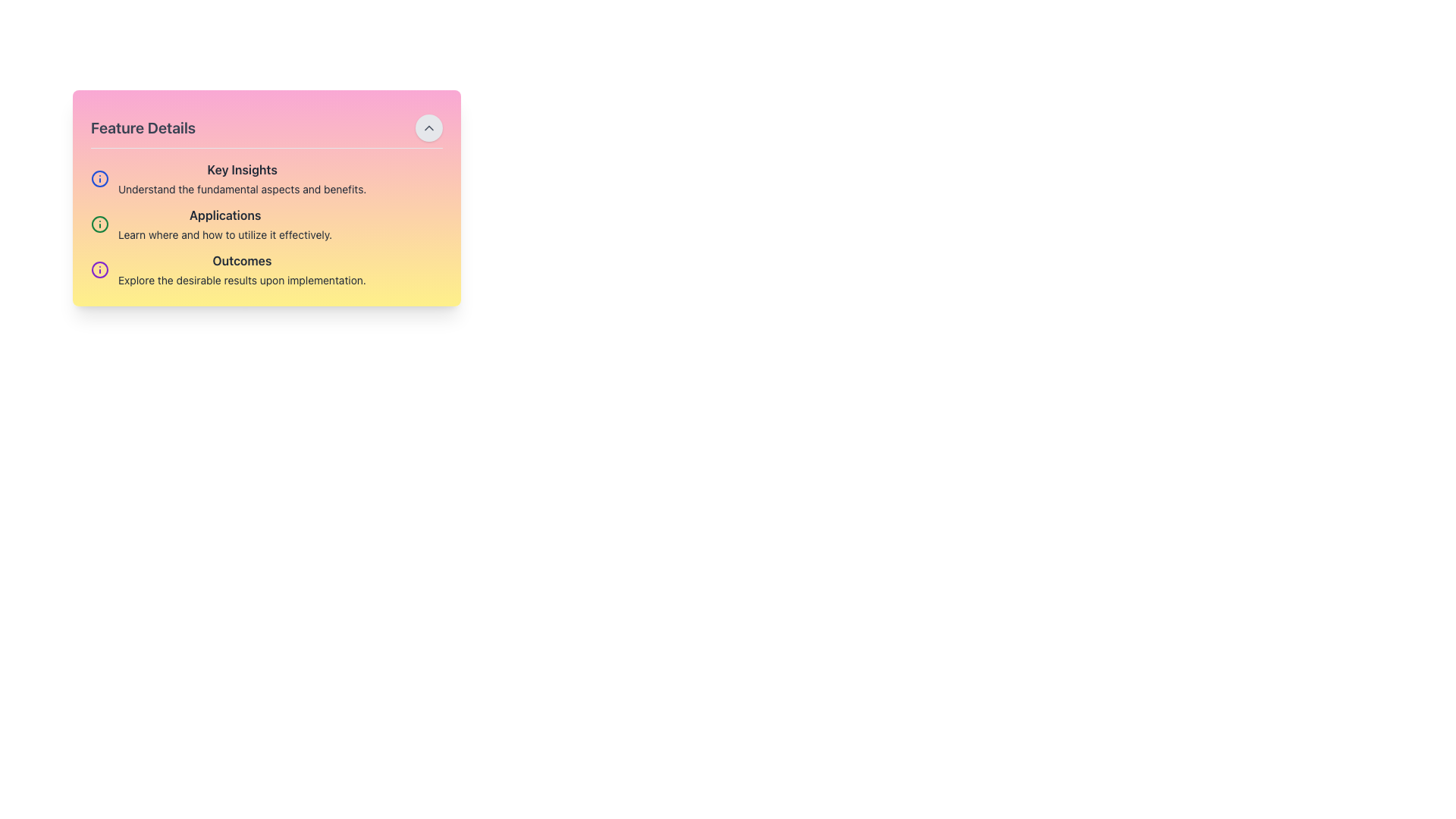 The height and width of the screenshot is (819, 1456). I want to click on the Circular SVG graphic located in the 'Key Insights' section, which is the outermost circle of a multi-part SVG graphic, positioned above the green information icon and the purple outcomes icon, so click(99, 177).